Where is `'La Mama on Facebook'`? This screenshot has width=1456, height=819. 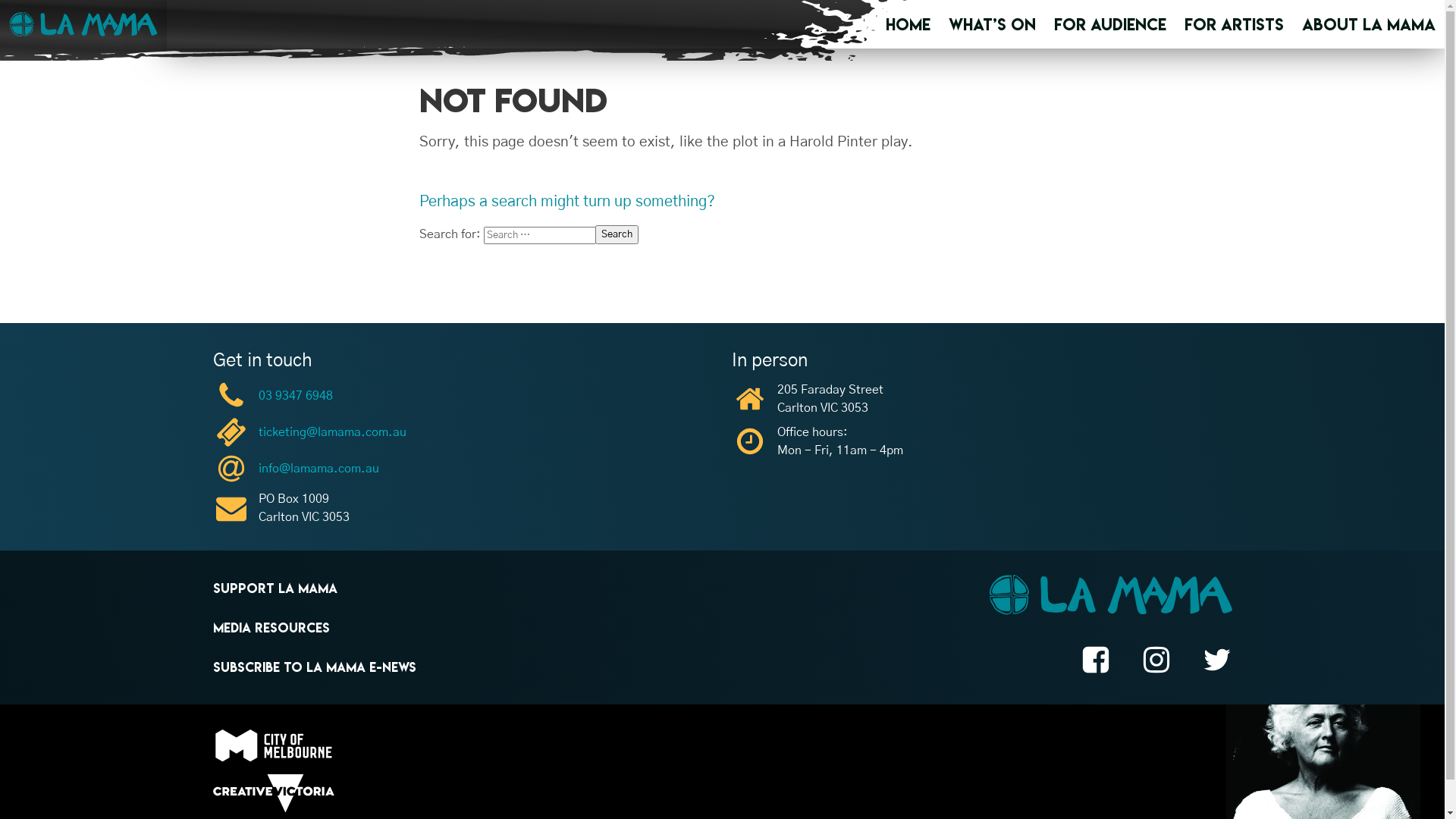 'La Mama on Facebook' is located at coordinates (1095, 661).